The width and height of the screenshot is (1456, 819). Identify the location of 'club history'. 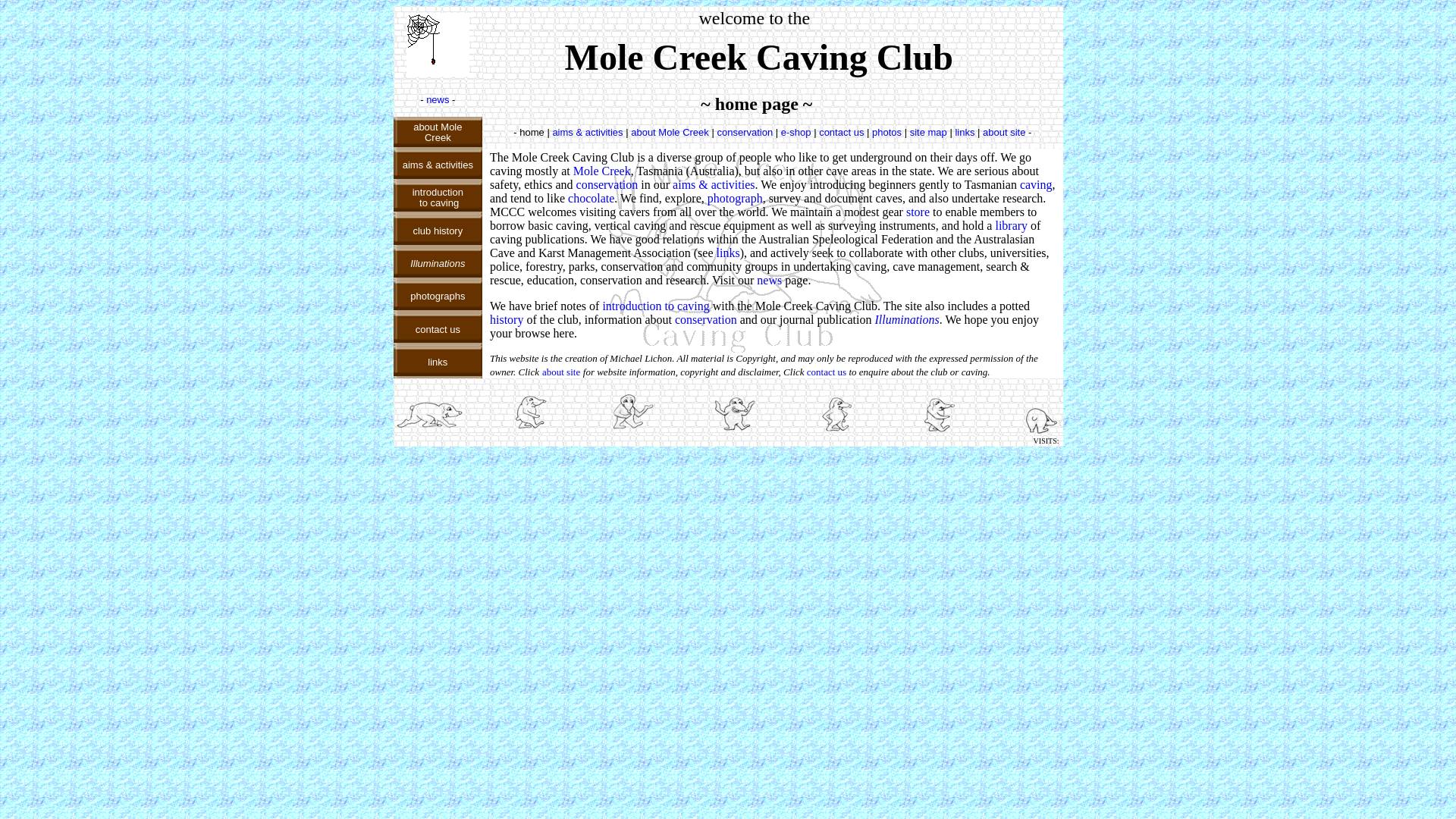
(436, 230).